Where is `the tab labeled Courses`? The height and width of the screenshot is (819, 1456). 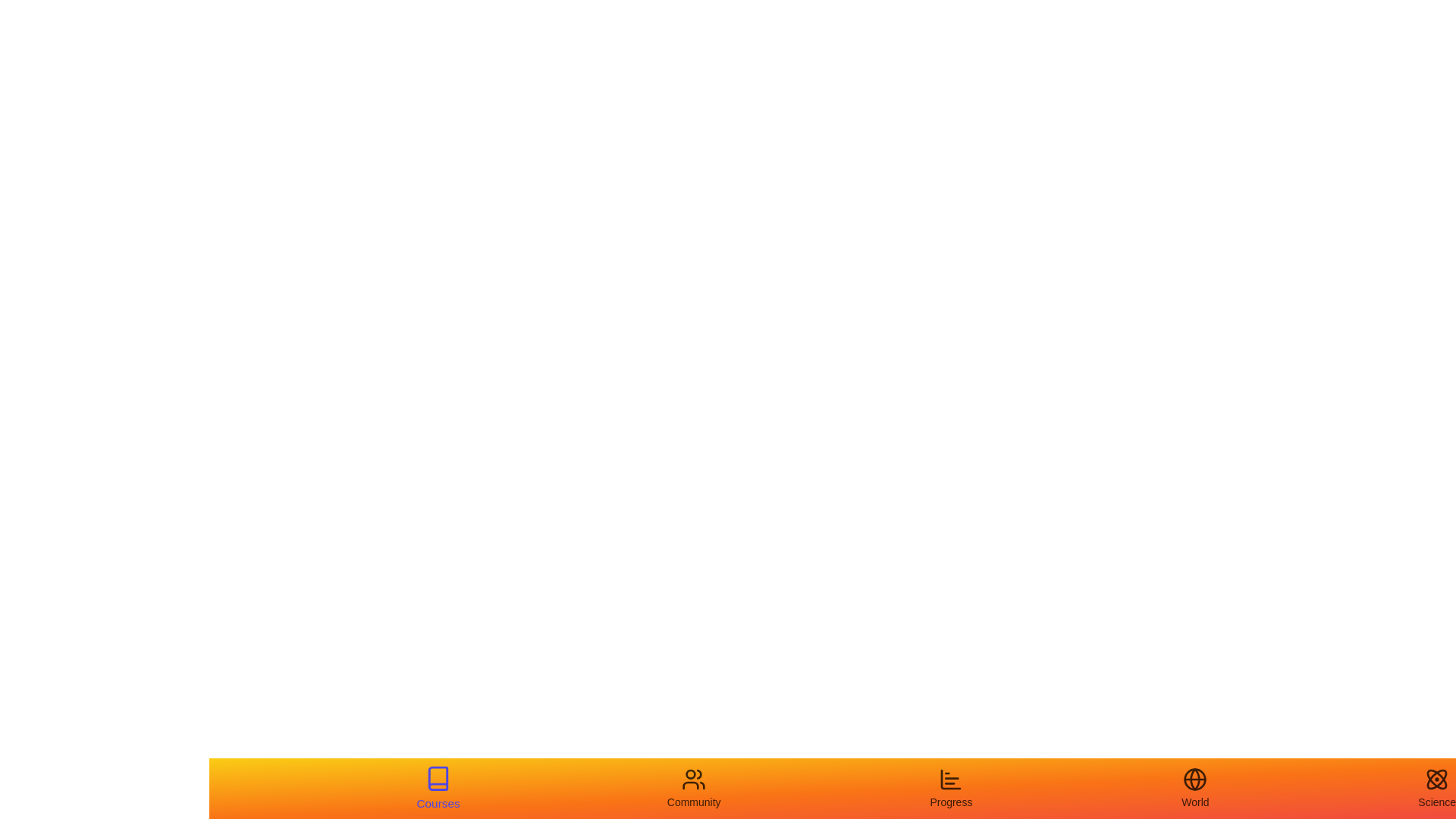
the tab labeled Courses is located at coordinates (436, 788).